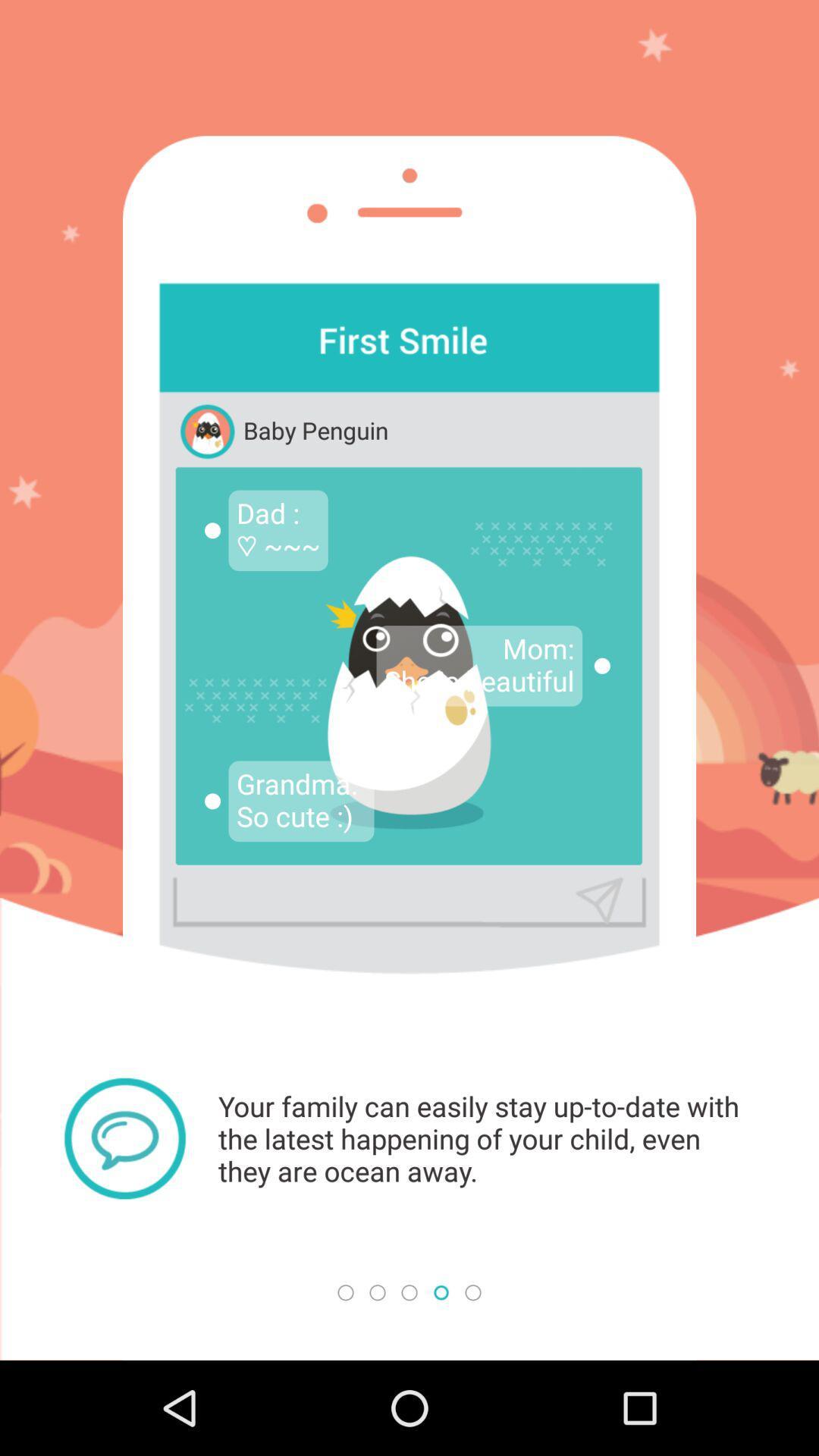 Image resolution: width=819 pixels, height=1456 pixels. What do you see at coordinates (441, 1291) in the screenshot?
I see `the fourth dot from left at bottom of the page` at bounding box center [441, 1291].